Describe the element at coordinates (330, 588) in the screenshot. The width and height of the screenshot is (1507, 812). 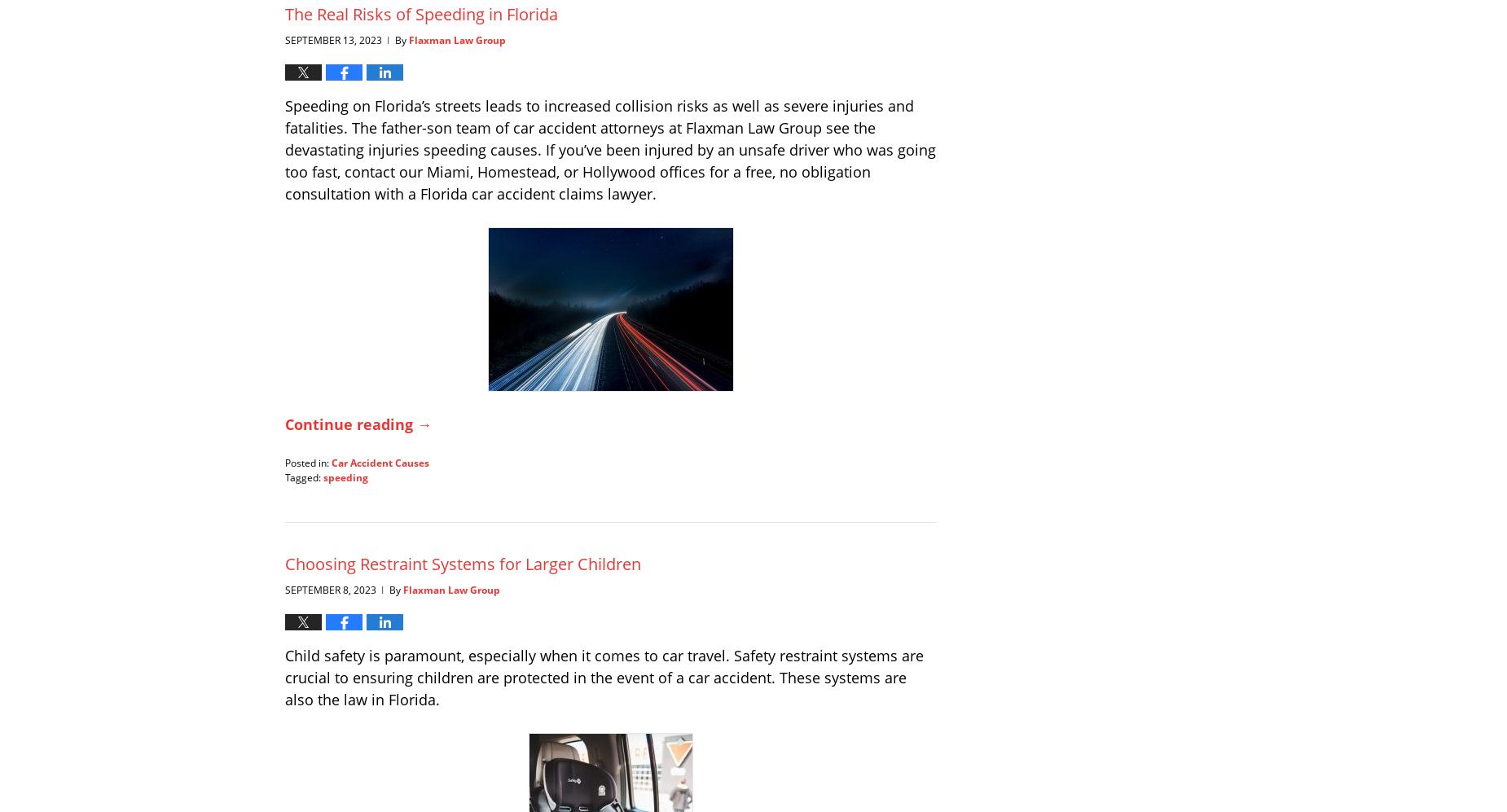
I see `'September 8, 2023'` at that location.